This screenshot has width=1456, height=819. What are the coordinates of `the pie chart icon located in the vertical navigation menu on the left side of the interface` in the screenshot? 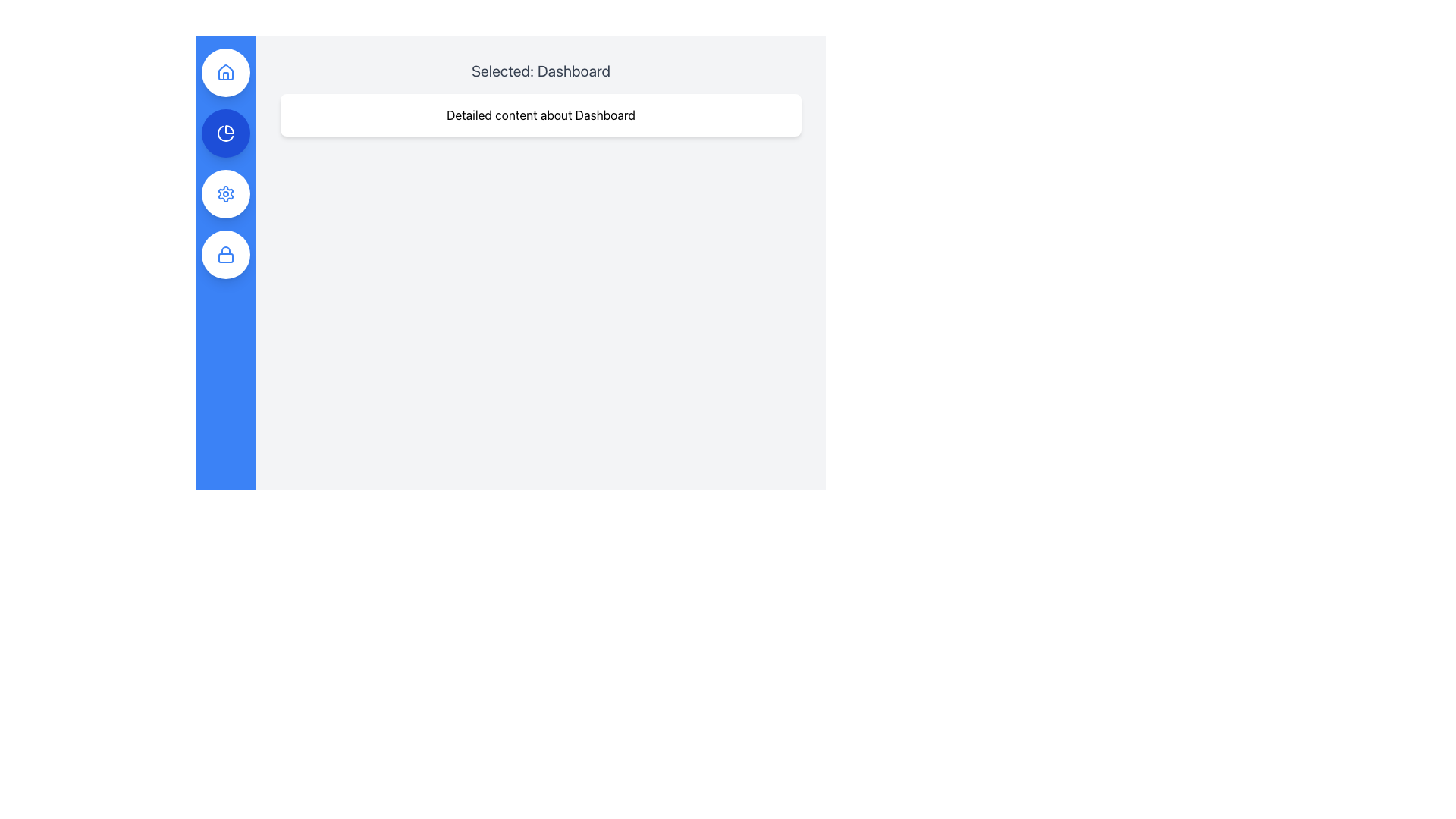 It's located at (224, 133).